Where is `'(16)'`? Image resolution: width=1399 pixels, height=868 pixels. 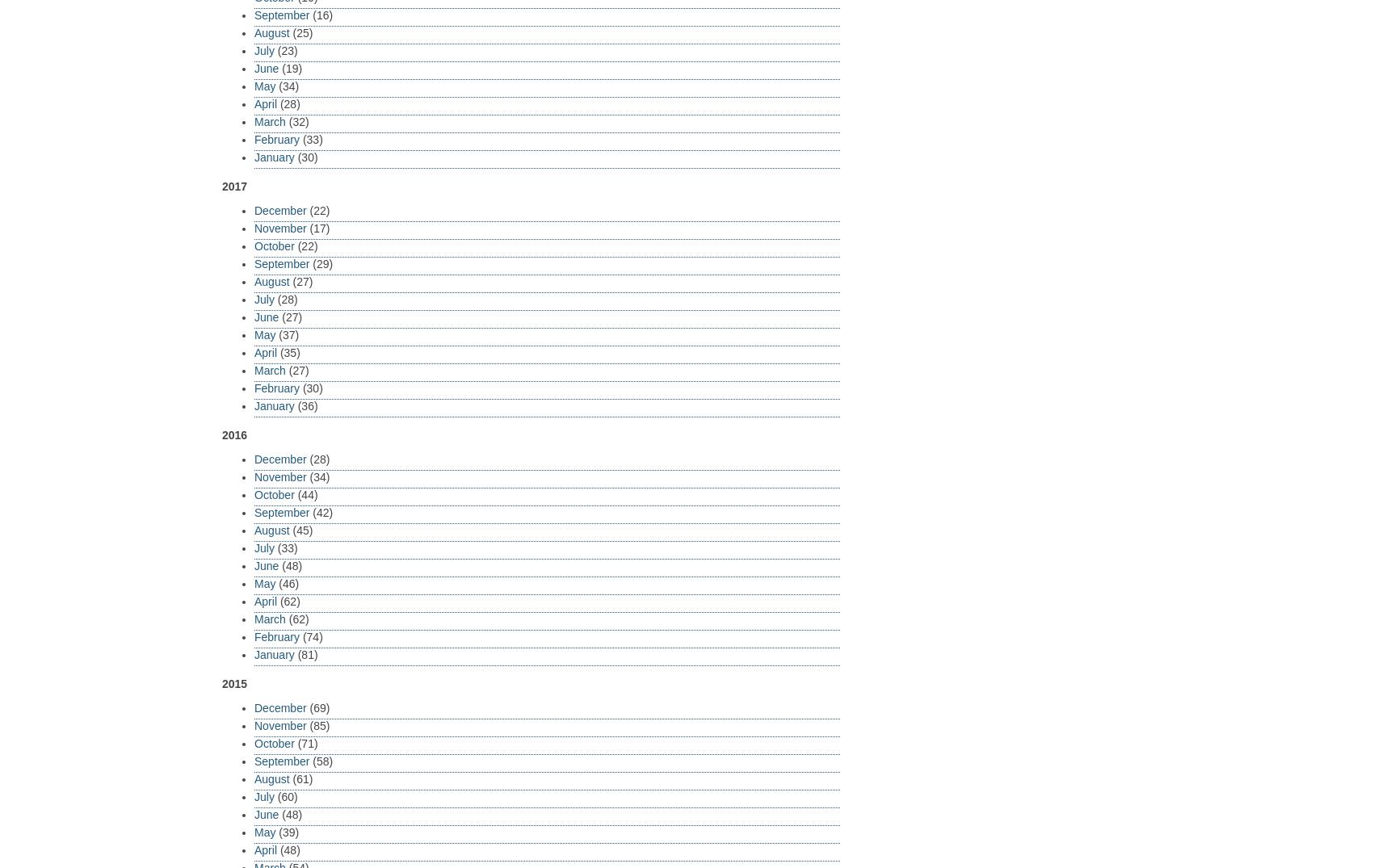
'(16)' is located at coordinates (320, 13).